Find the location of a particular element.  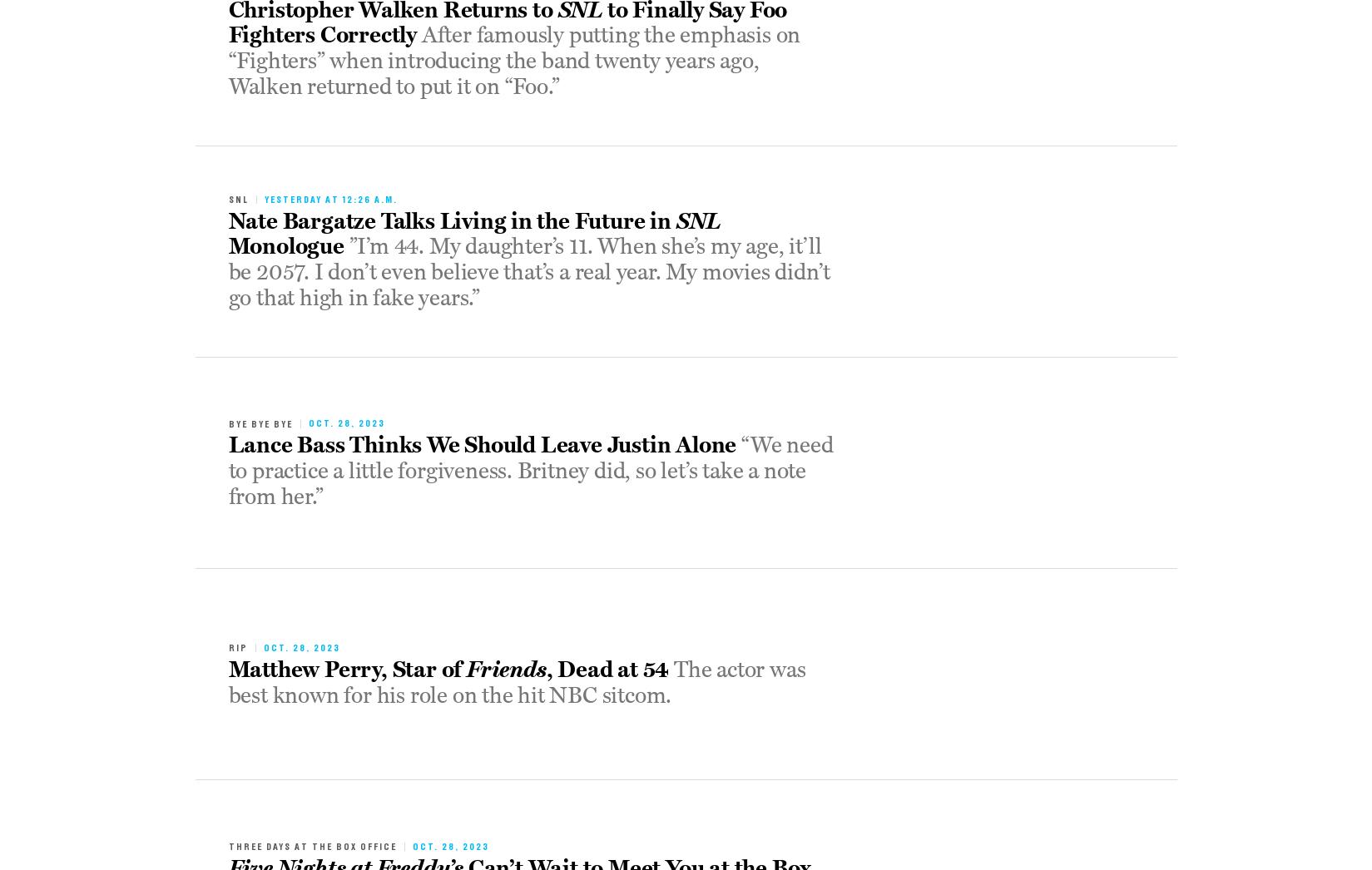

'snl' is located at coordinates (228, 198).